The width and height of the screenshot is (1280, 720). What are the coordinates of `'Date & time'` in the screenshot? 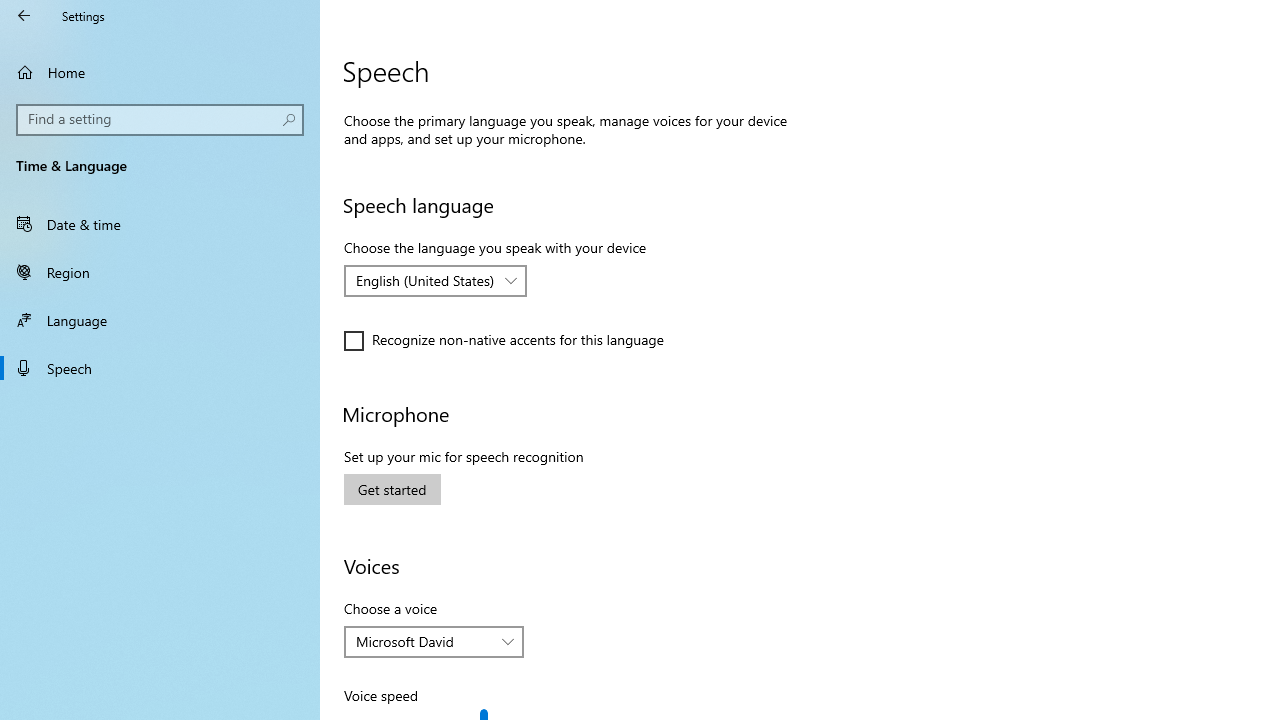 It's located at (160, 223).